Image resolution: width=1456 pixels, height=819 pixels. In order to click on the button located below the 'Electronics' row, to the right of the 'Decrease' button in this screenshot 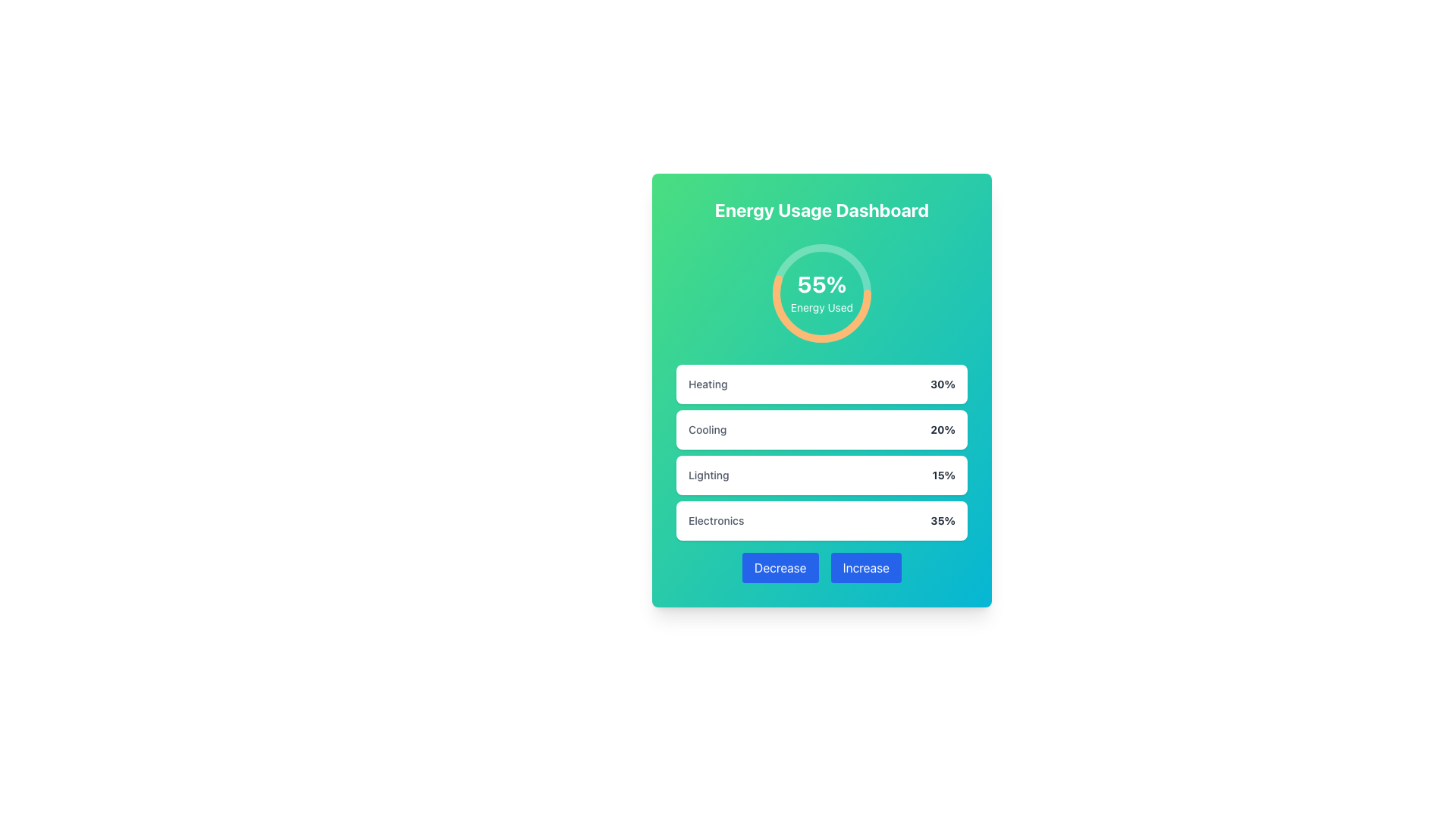, I will do `click(866, 567)`.